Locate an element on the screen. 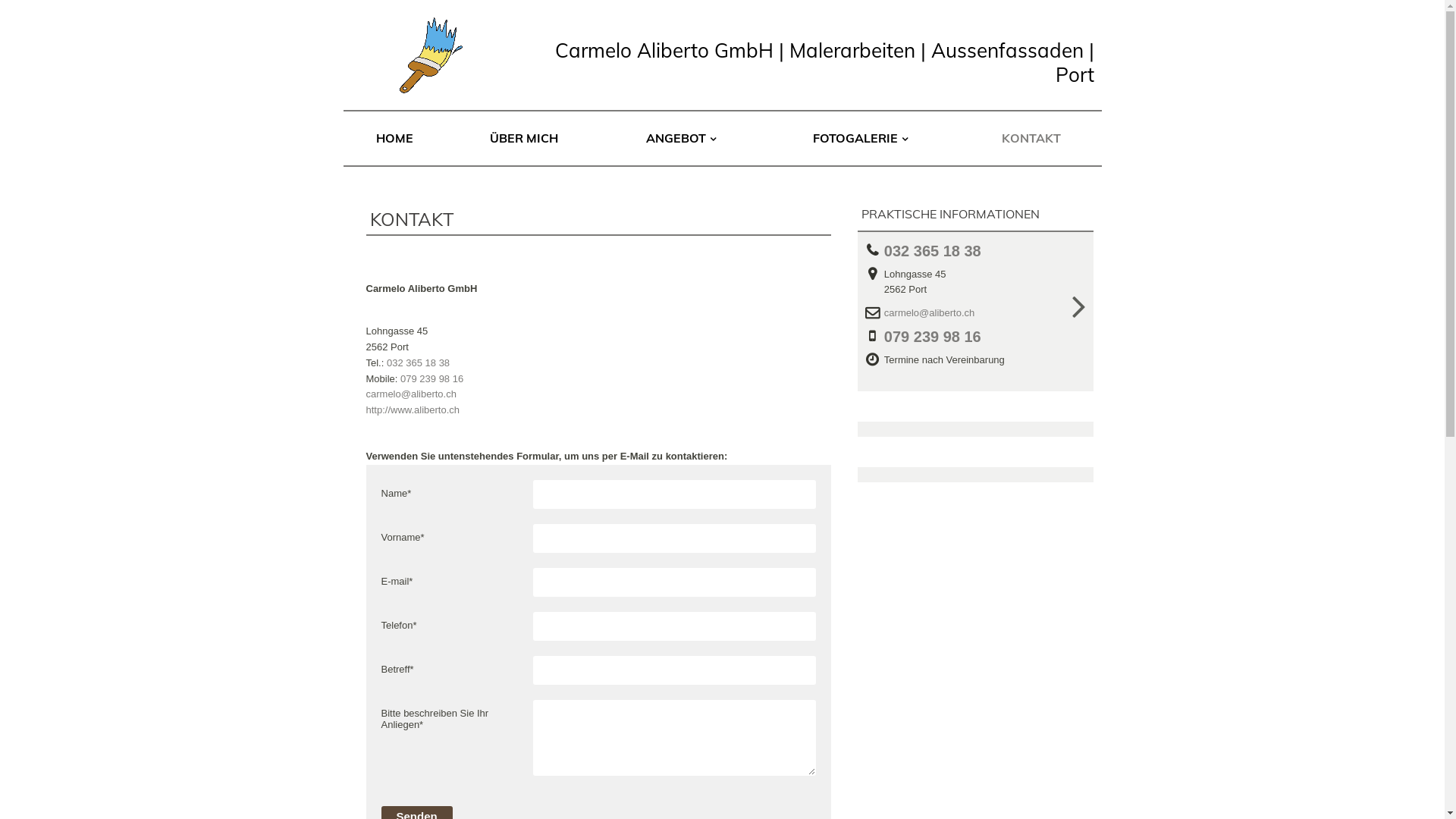 Image resolution: width=1456 pixels, height=819 pixels. 'carmelo@aliberto.ch' is located at coordinates (933, 312).